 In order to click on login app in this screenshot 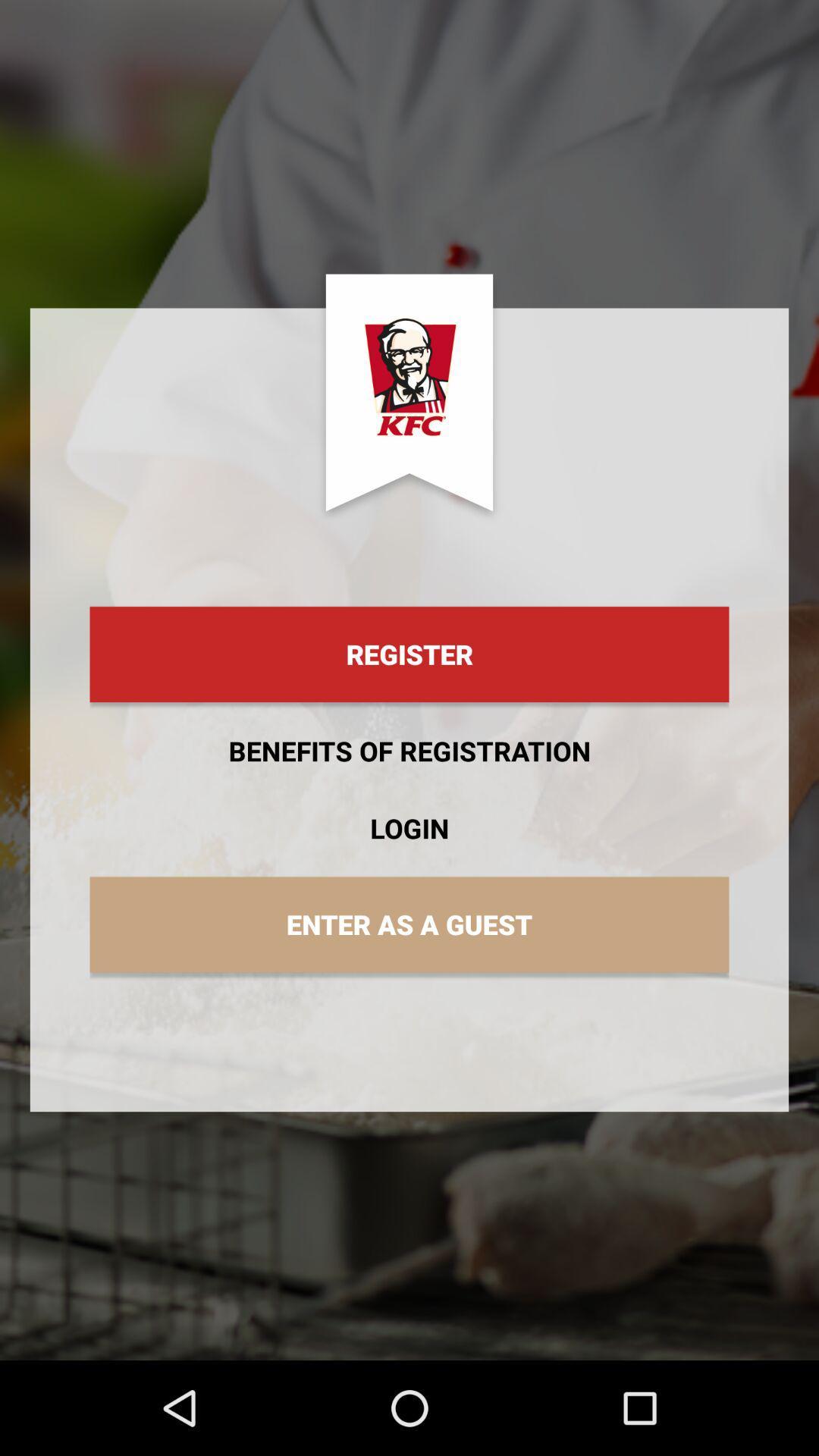, I will do `click(409, 827)`.